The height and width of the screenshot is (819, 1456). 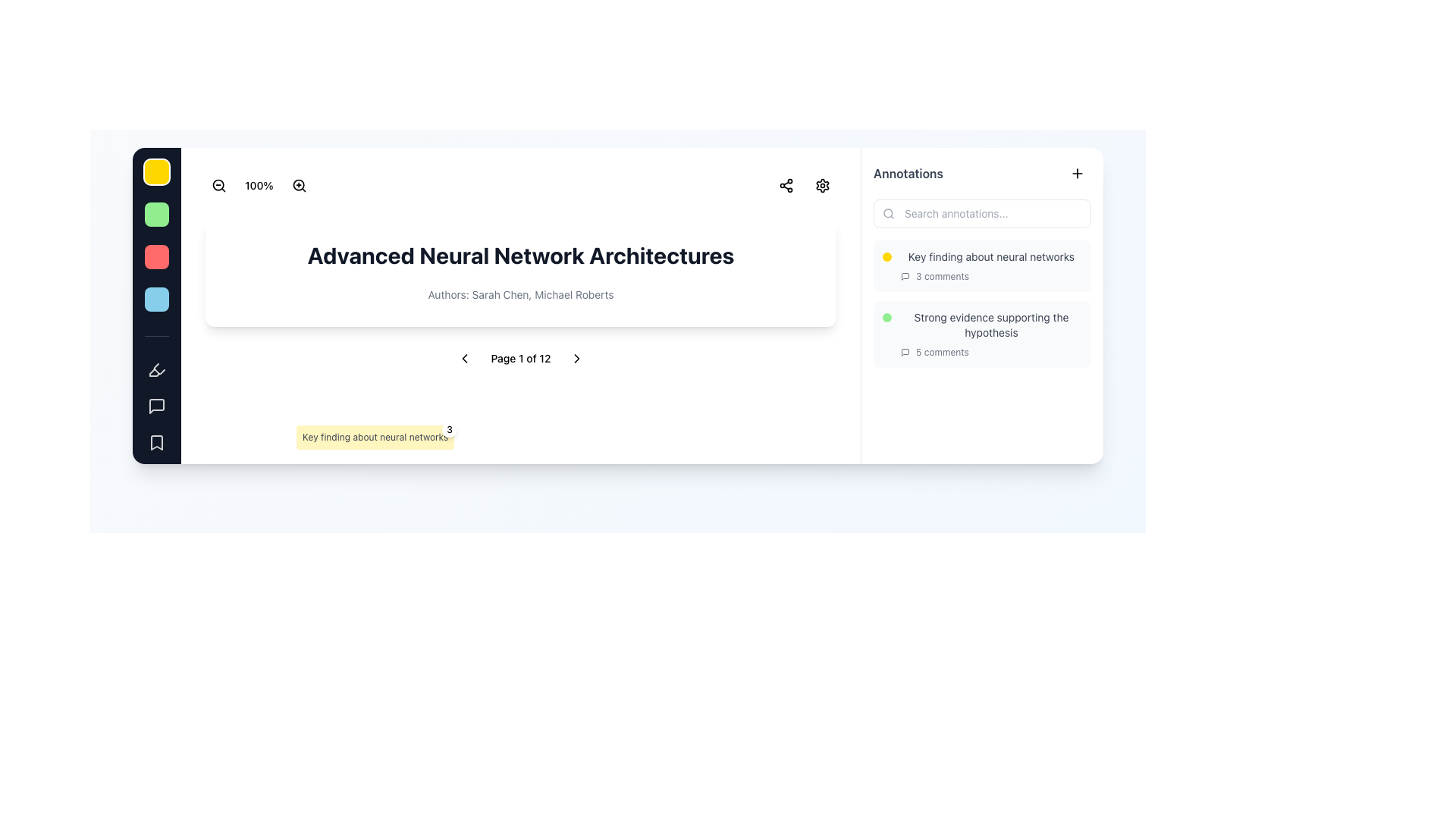 What do you see at coordinates (154, 372) in the screenshot?
I see `the brush or pen-like icon located in the left vertical navigation bar, which is the fifth icon from the top` at bounding box center [154, 372].